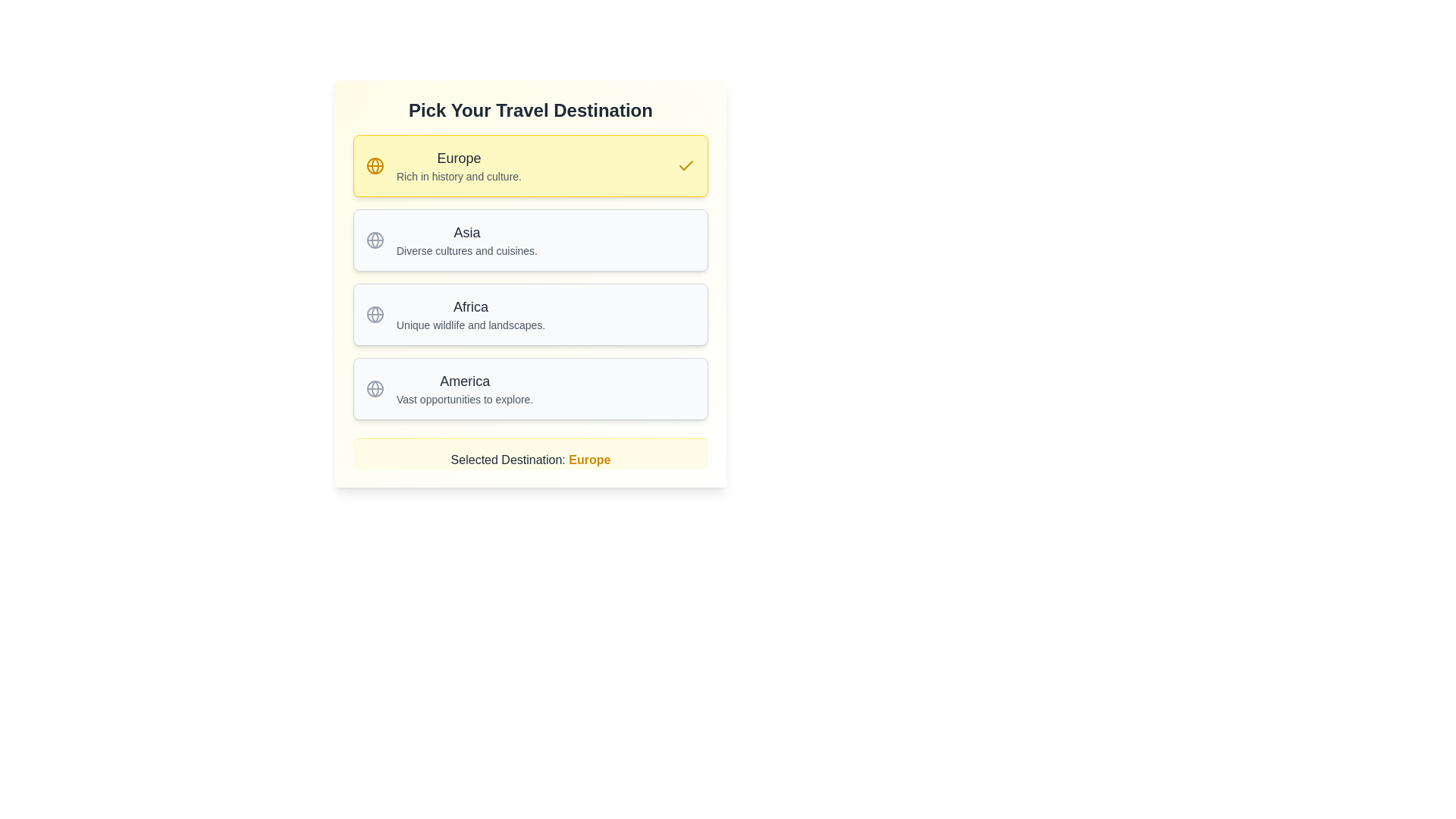  I want to click on the informative text content for the destination 'Asia', which is the second option in a list of travel destinations, providing details about its diverse cultures and cuisines, so click(466, 239).